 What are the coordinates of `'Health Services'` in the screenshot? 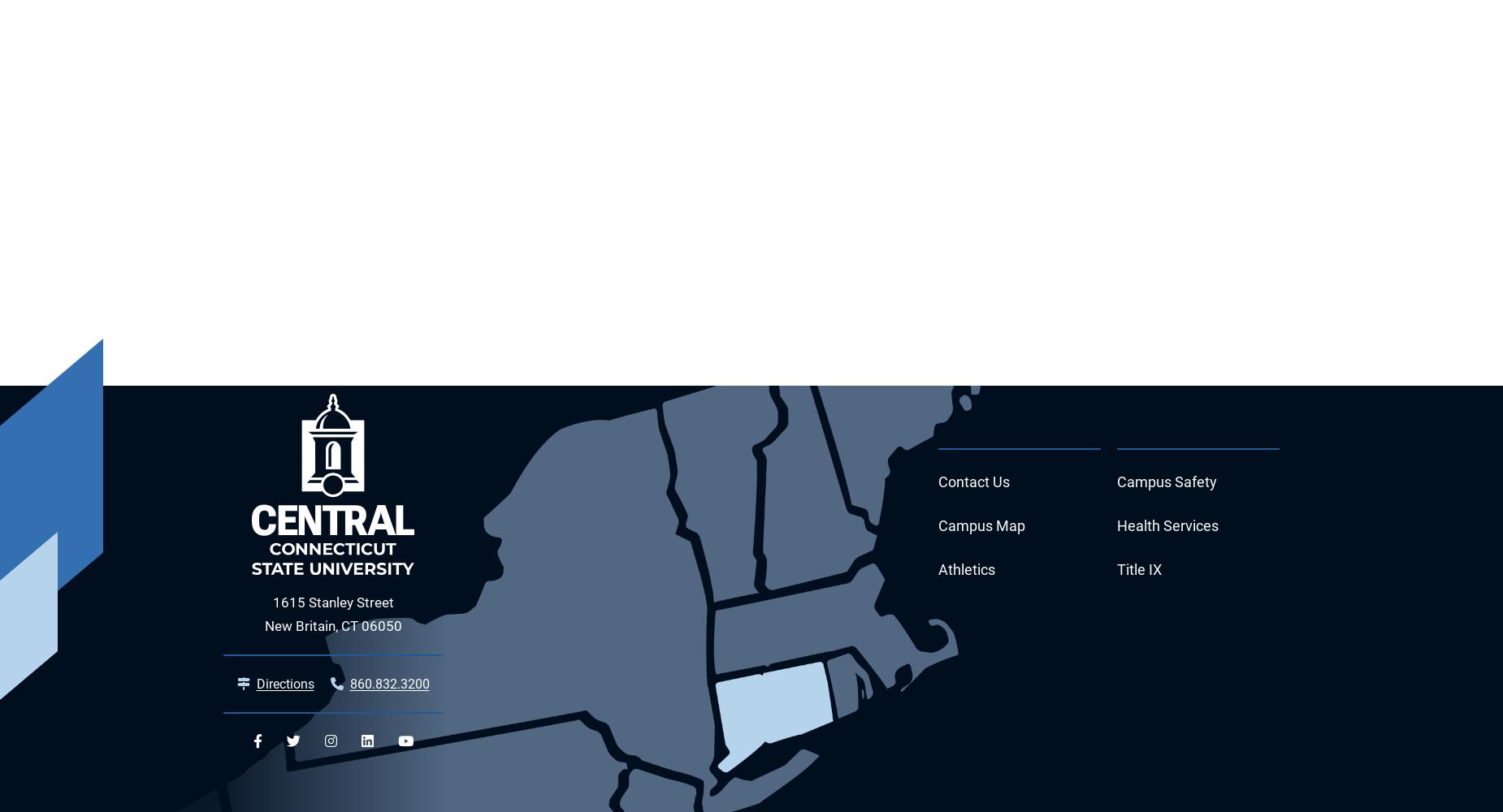 It's located at (1167, 525).